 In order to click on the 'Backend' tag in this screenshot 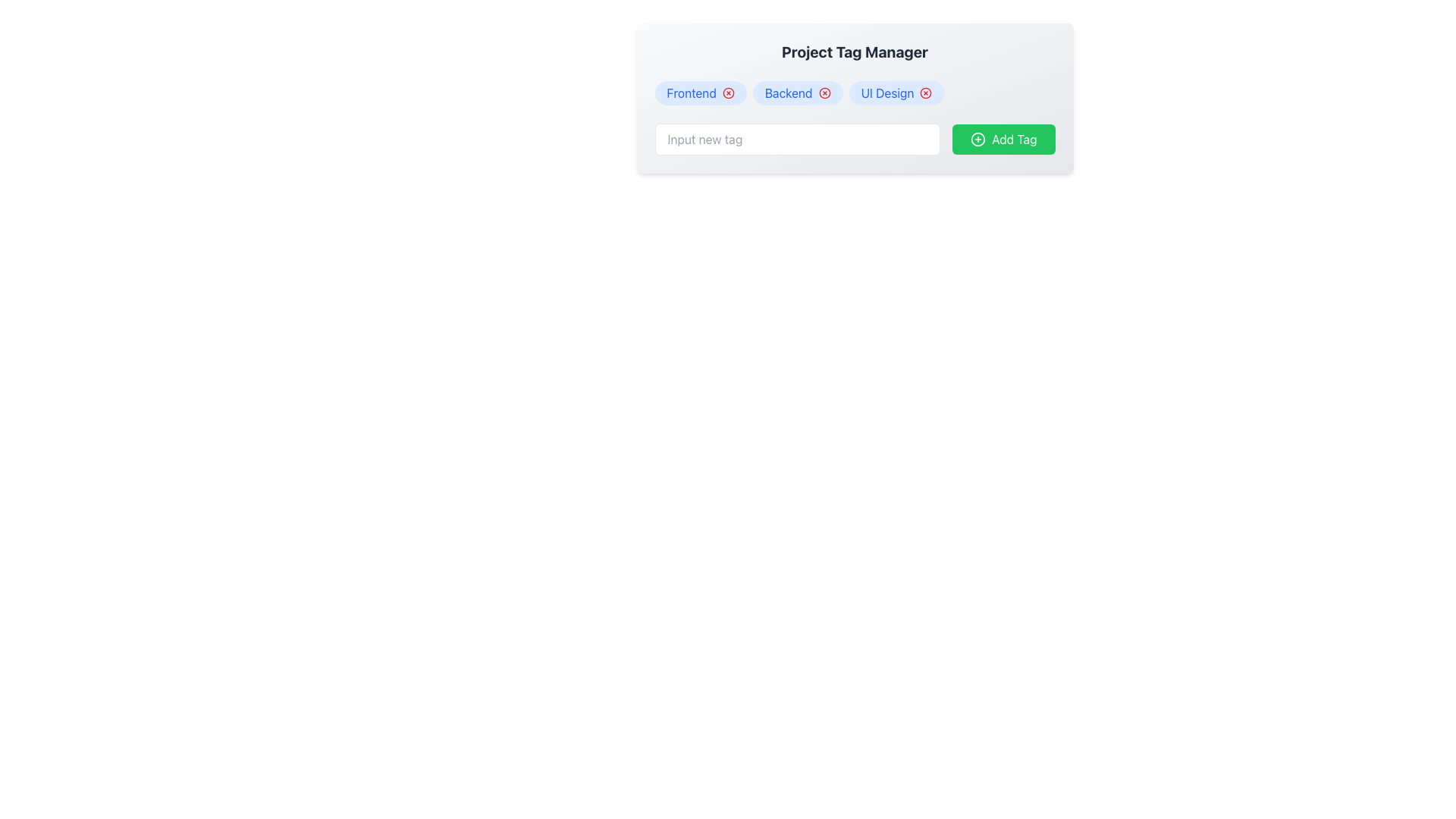, I will do `click(797, 93)`.